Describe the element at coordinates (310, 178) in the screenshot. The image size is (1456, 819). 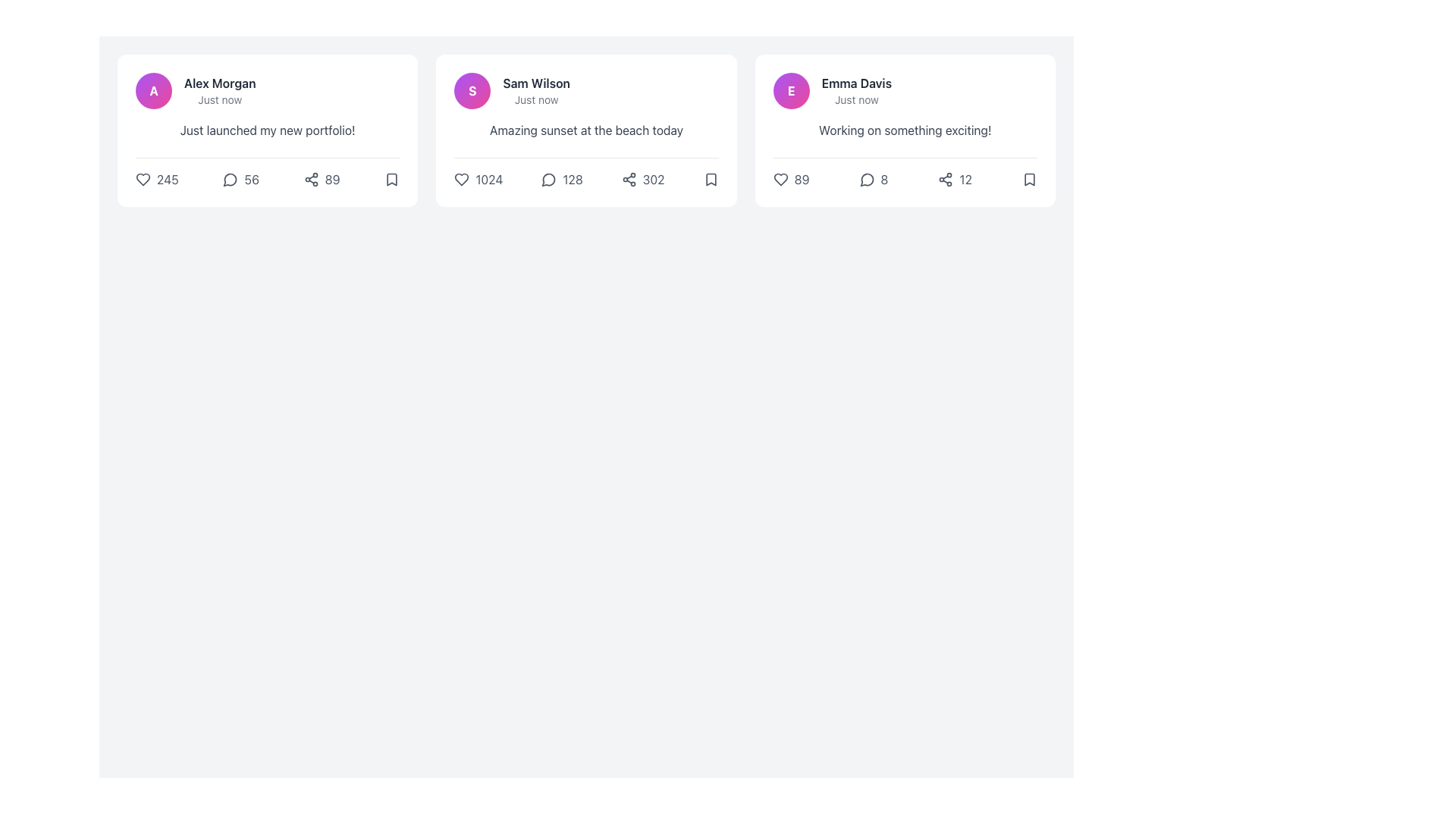
I see `the share icon button, represented as three interconnected circles forming a triangular pattern, located in the lower-right corner of the post card, to trigger a tooltip or feedback` at that location.